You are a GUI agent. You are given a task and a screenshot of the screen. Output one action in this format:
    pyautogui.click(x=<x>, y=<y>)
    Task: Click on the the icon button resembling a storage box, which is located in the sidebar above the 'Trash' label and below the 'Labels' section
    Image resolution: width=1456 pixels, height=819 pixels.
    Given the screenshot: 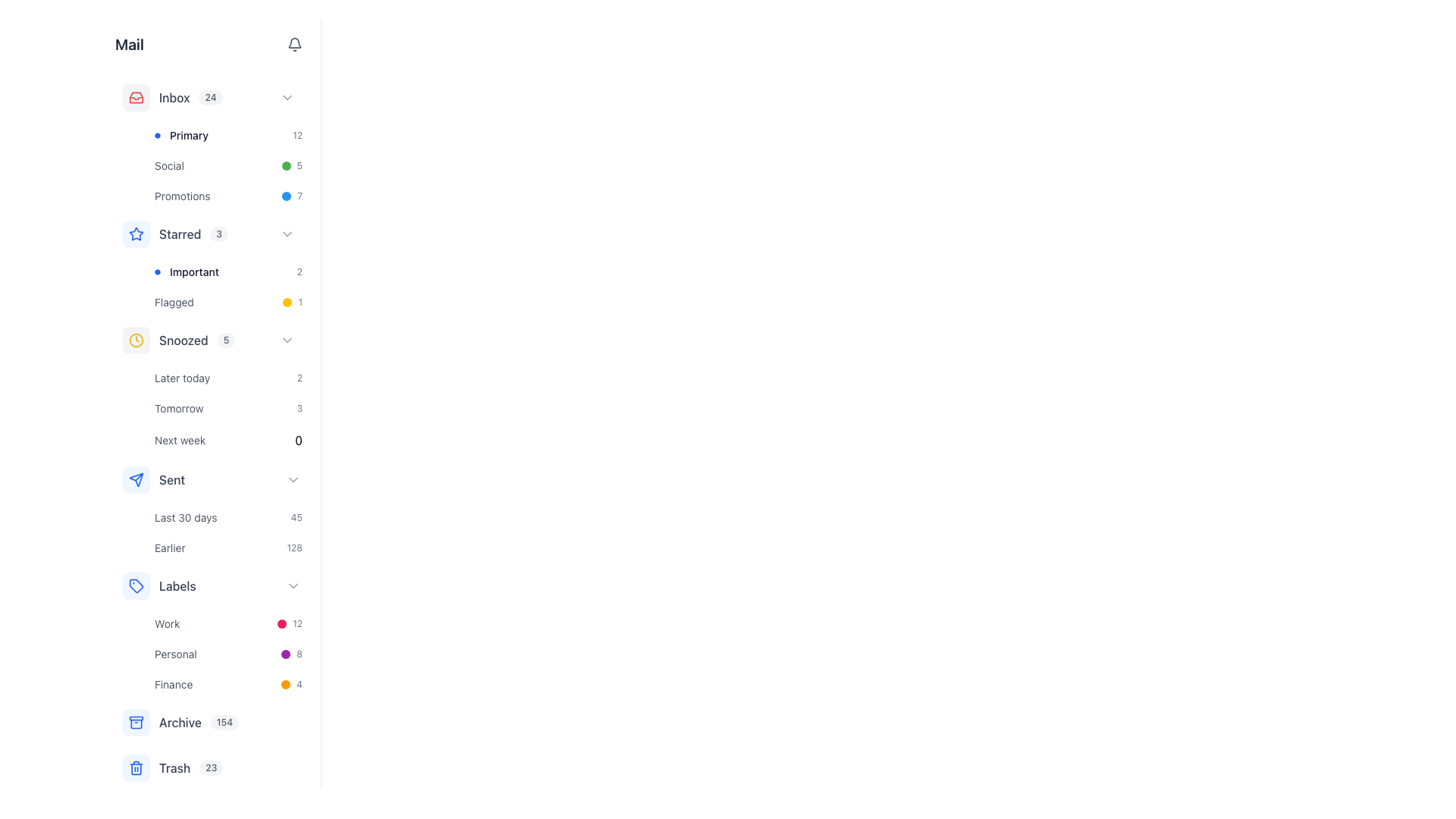 What is the action you would take?
    pyautogui.click(x=136, y=721)
    